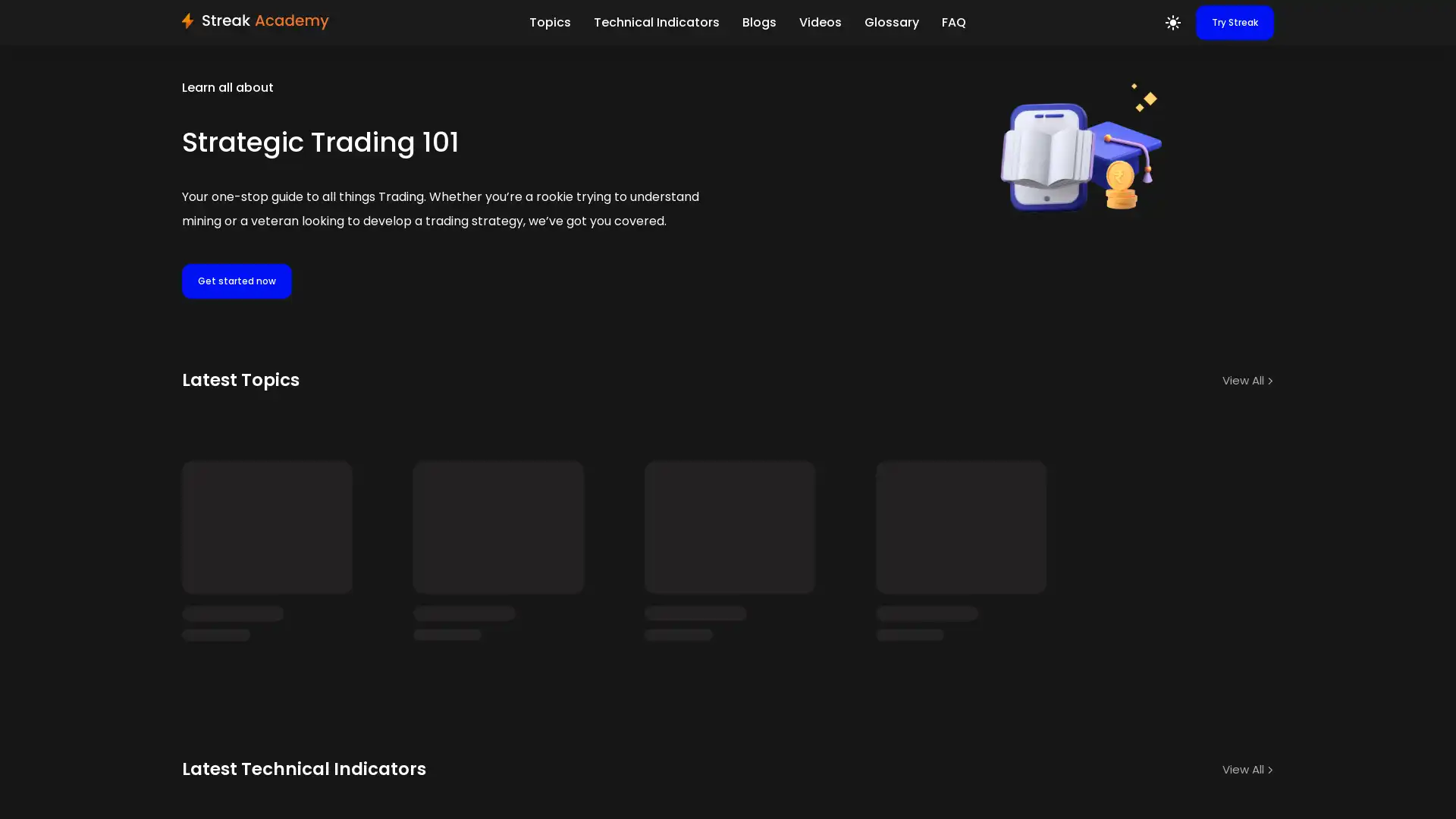 The width and height of the screenshot is (1456, 819). I want to click on Videos, so click(818, 23).